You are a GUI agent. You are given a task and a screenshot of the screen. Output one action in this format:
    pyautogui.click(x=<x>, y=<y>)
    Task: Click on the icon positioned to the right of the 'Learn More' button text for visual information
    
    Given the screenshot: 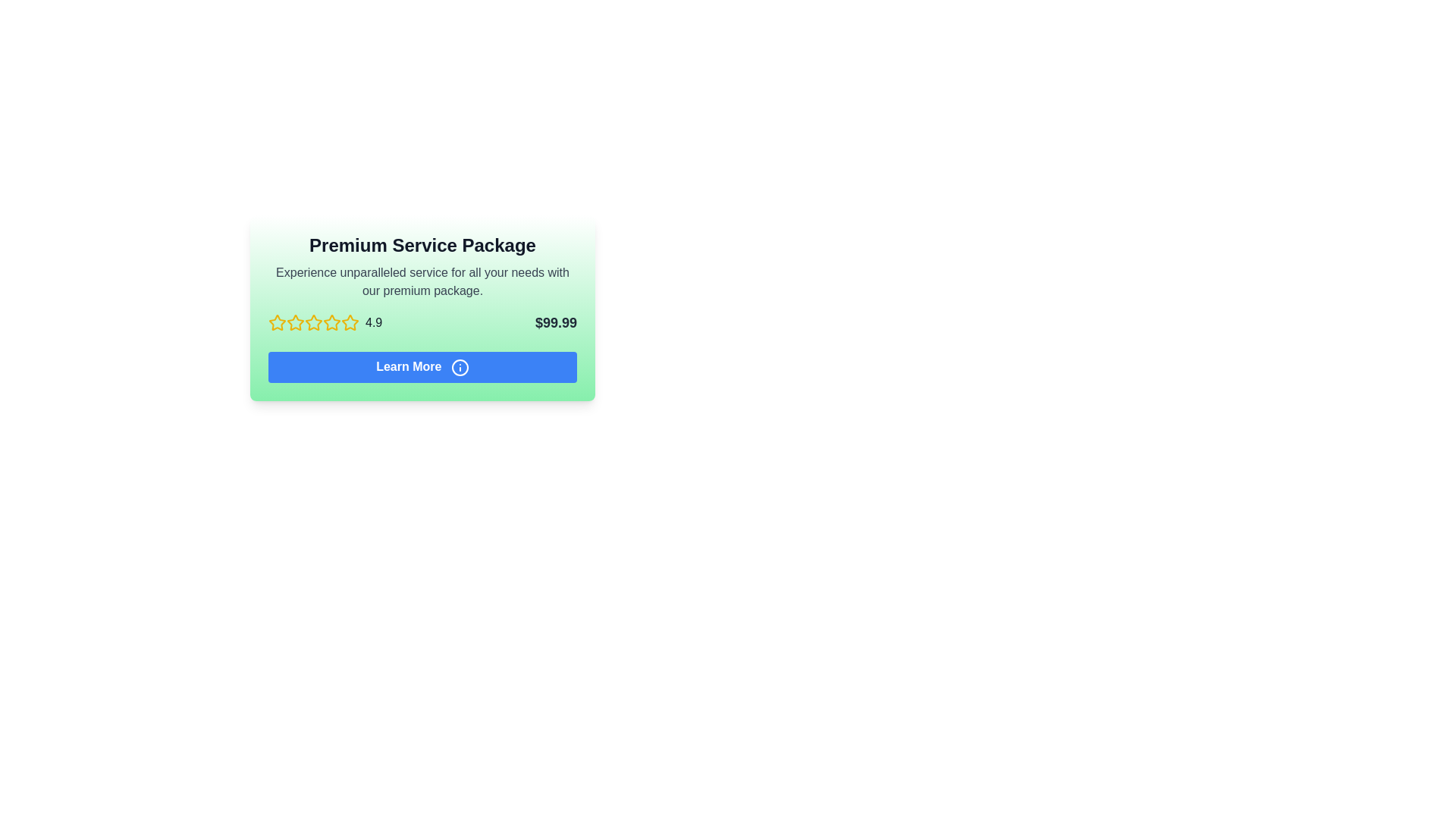 What is the action you would take?
    pyautogui.click(x=459, y=367)
    